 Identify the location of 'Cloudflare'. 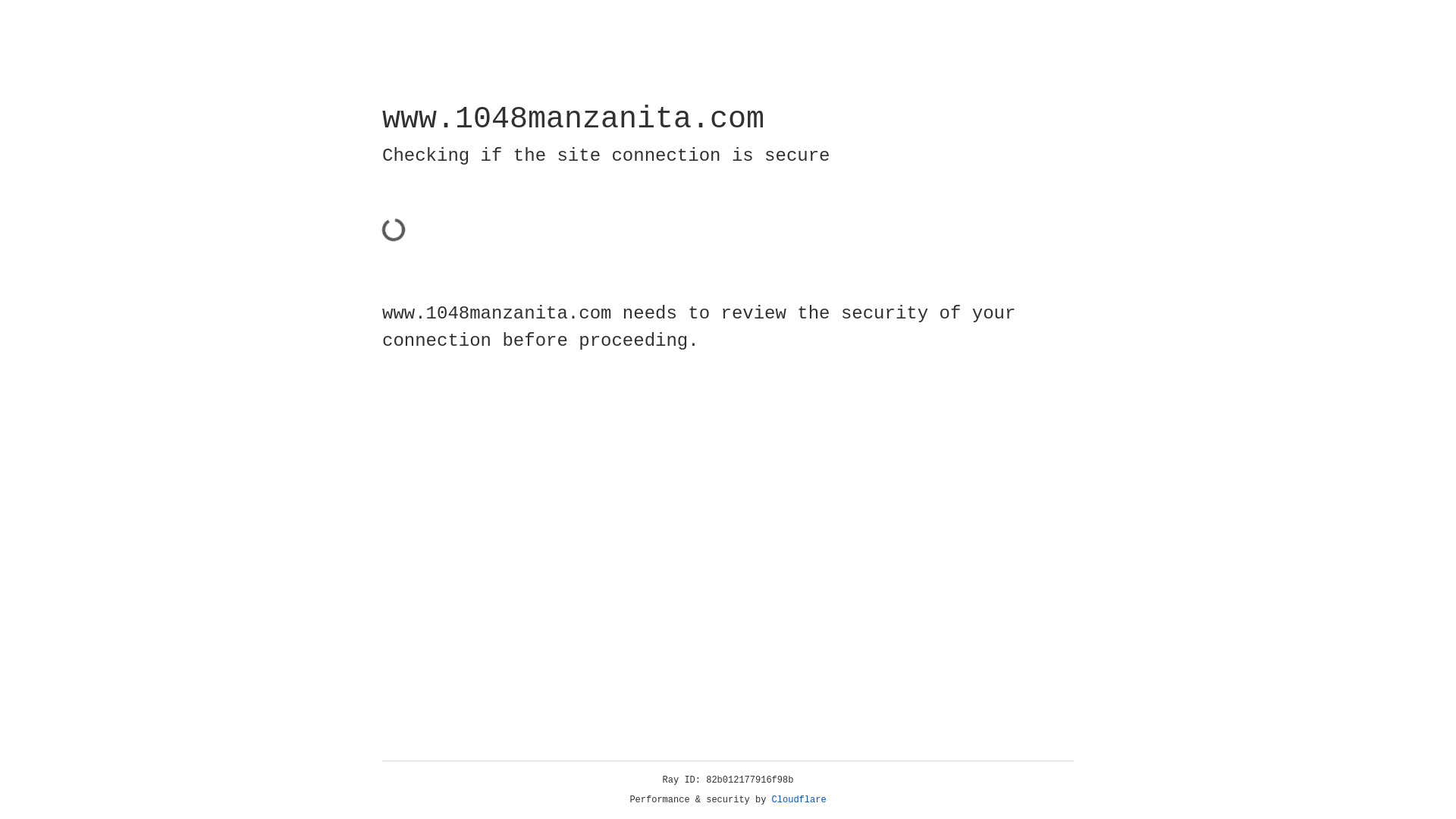
(771, 799).